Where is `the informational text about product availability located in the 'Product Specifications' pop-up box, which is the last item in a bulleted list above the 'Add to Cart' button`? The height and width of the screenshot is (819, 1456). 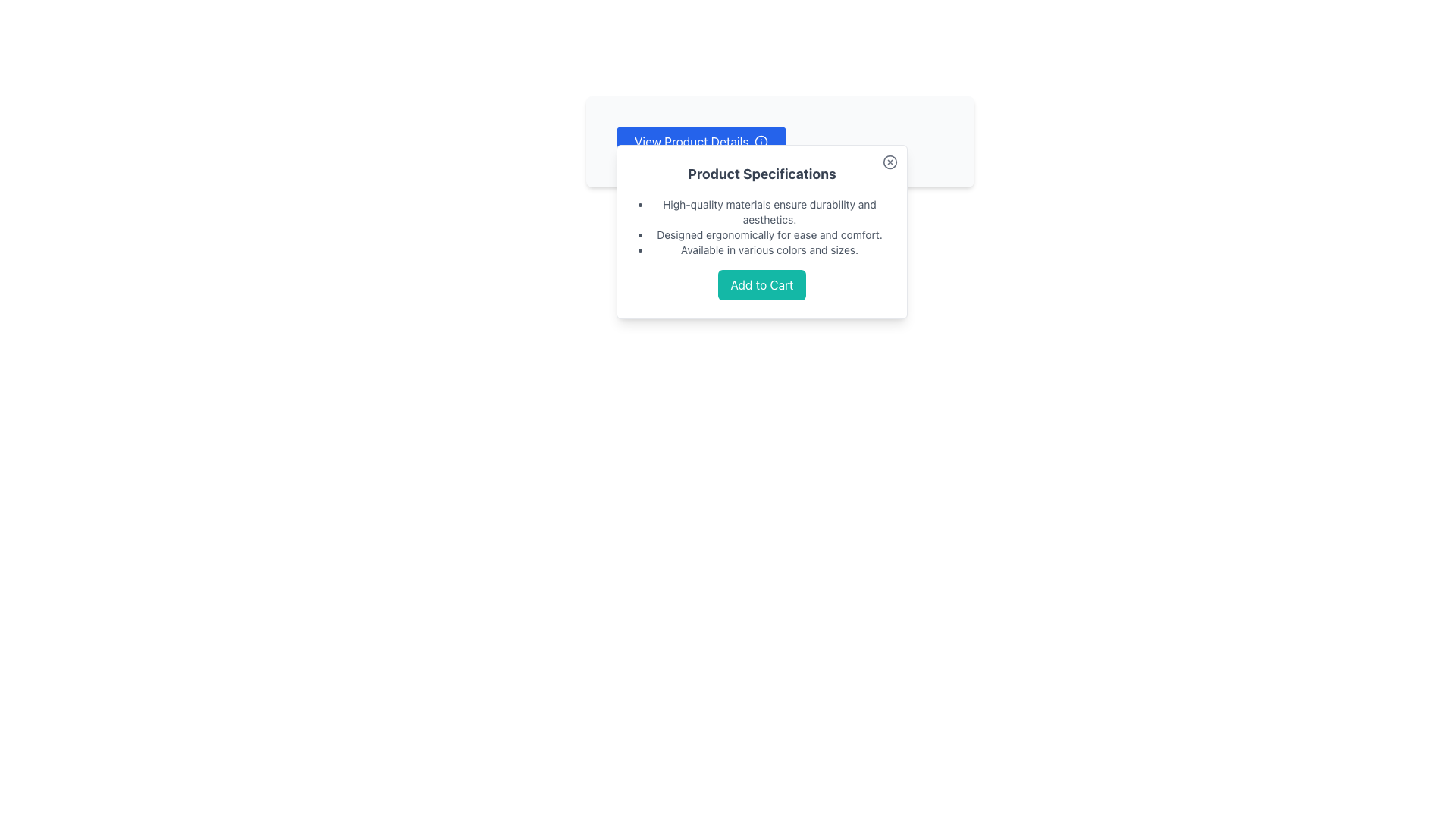 the informational text about product availability located in the 'Product Specifications' pop-up box, which is the last item in a bulleted list above the 'Add to Cart' button is located at coordinates (769, 249).